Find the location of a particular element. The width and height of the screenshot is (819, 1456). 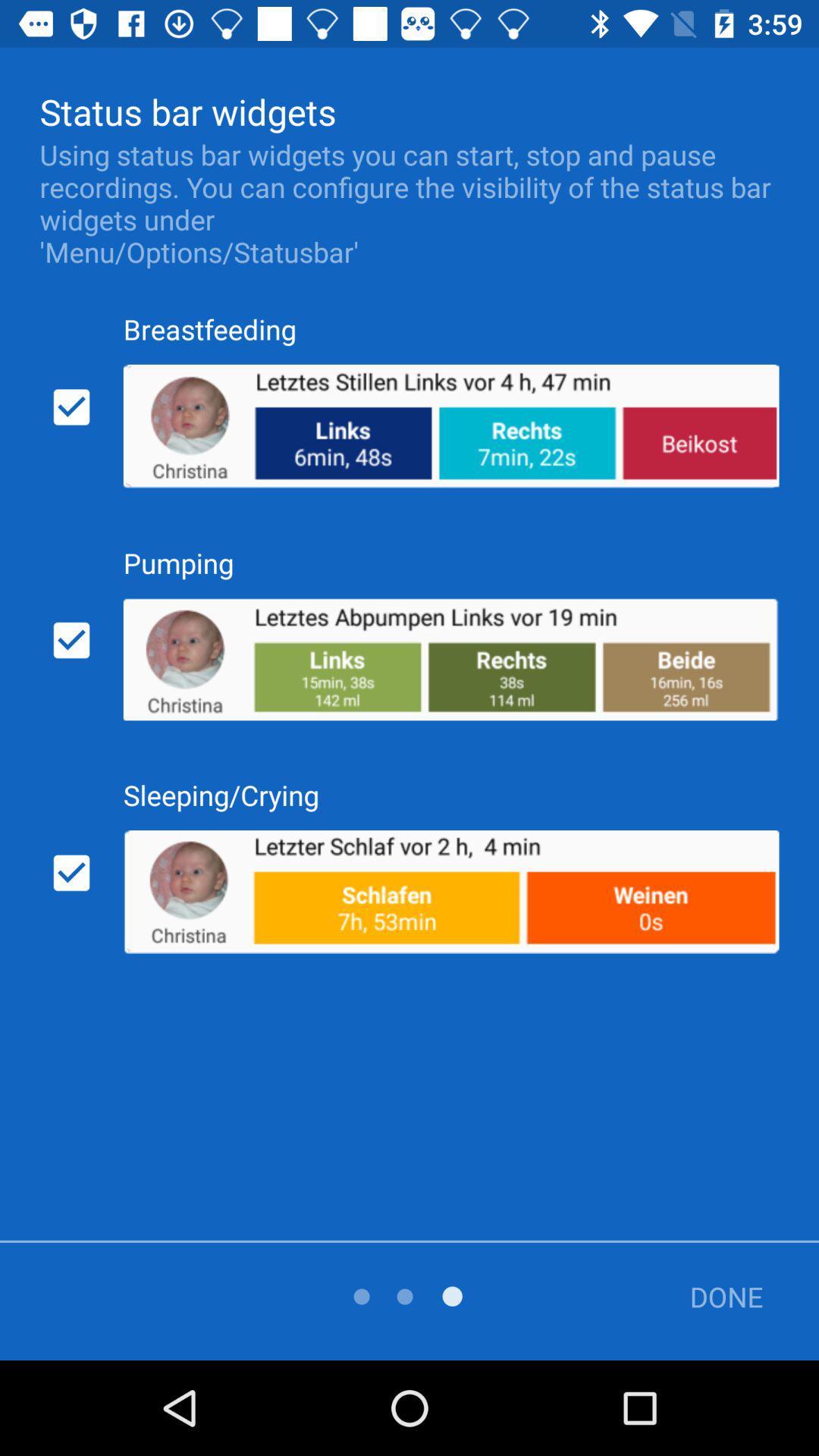

checkbox is located at coordinates (71, 873).